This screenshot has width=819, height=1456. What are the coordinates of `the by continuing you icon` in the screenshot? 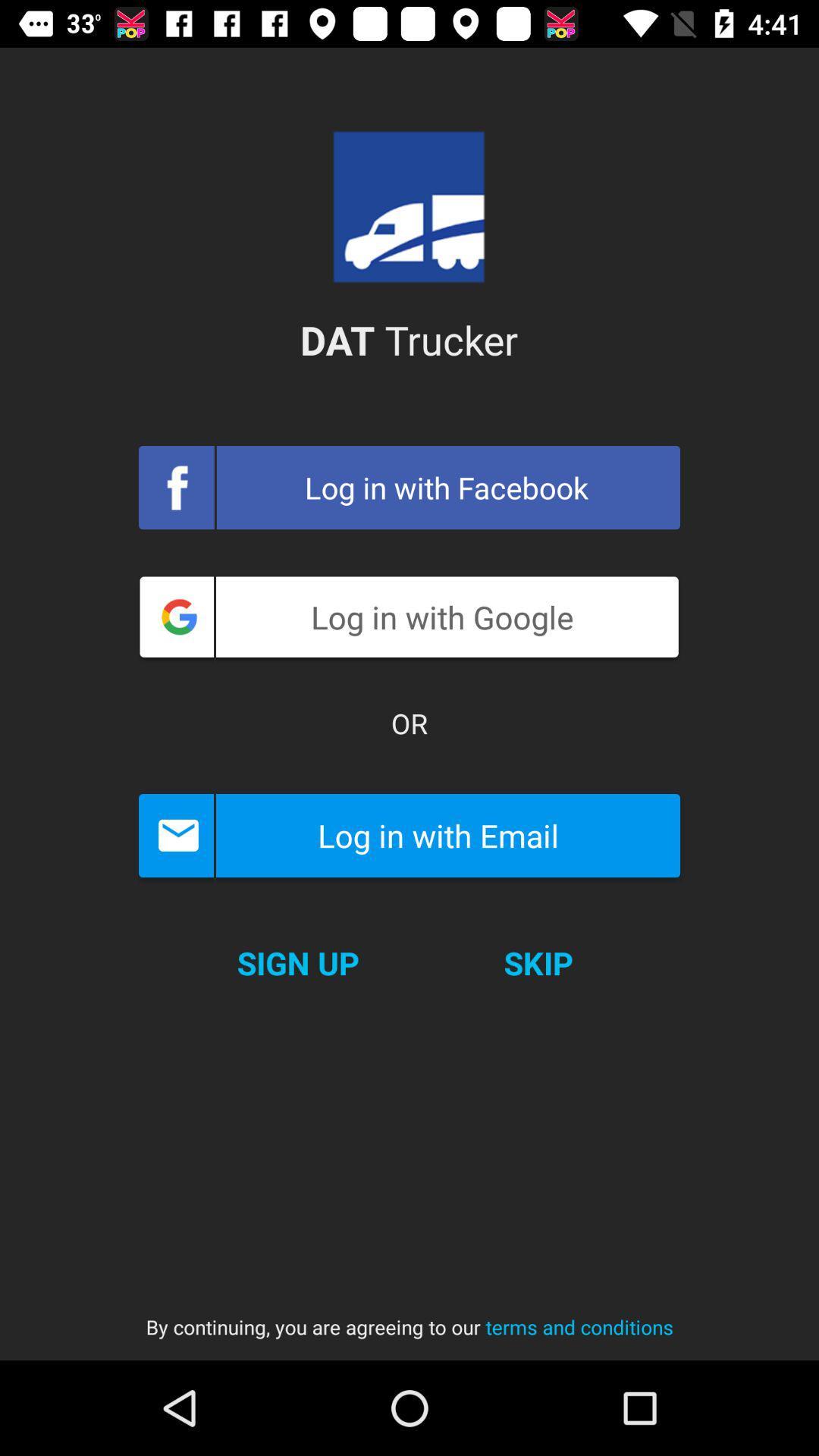 It's located at (409, 1312).